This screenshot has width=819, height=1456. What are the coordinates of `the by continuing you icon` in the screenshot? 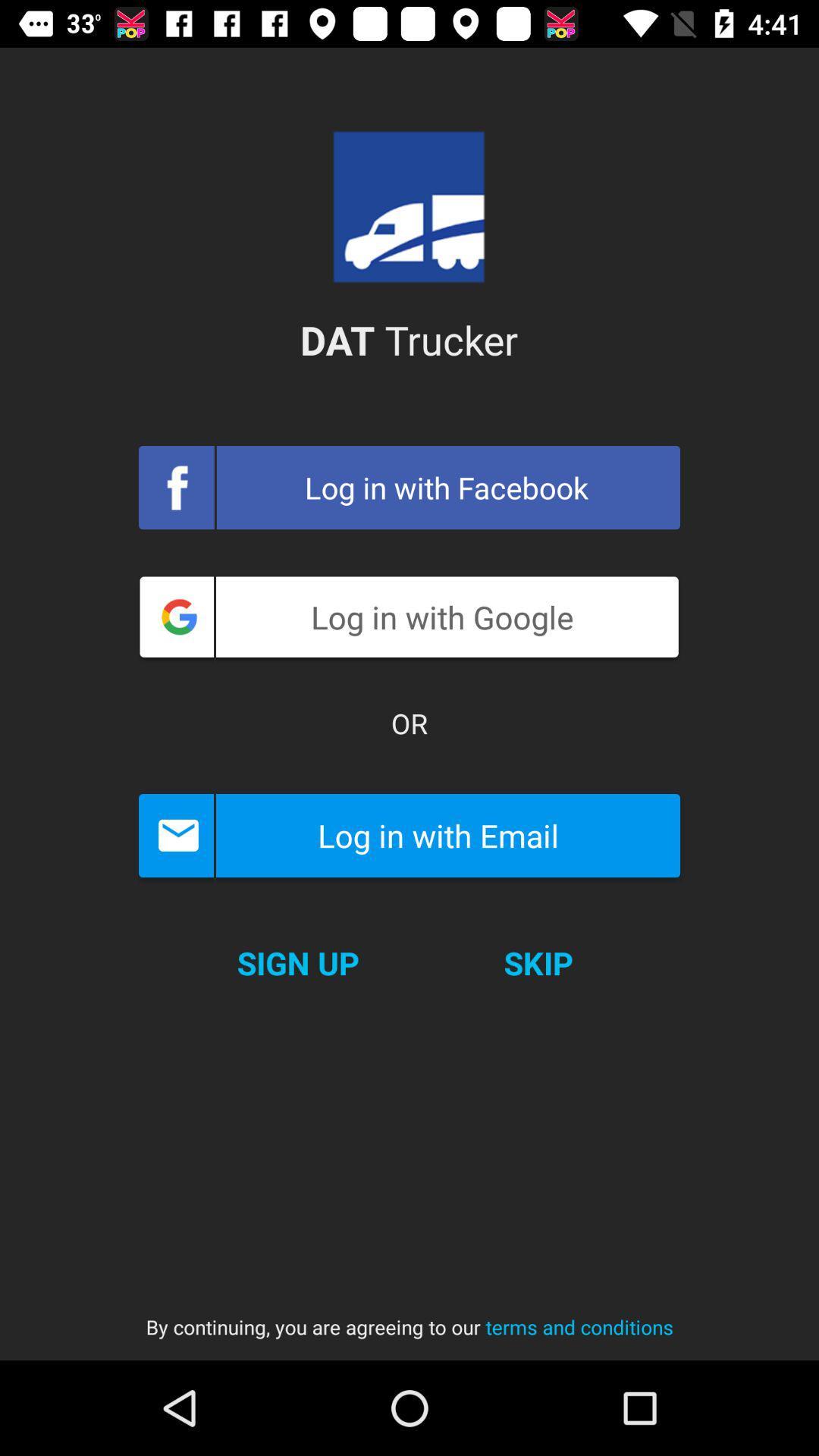 It's located at (409, 1312).